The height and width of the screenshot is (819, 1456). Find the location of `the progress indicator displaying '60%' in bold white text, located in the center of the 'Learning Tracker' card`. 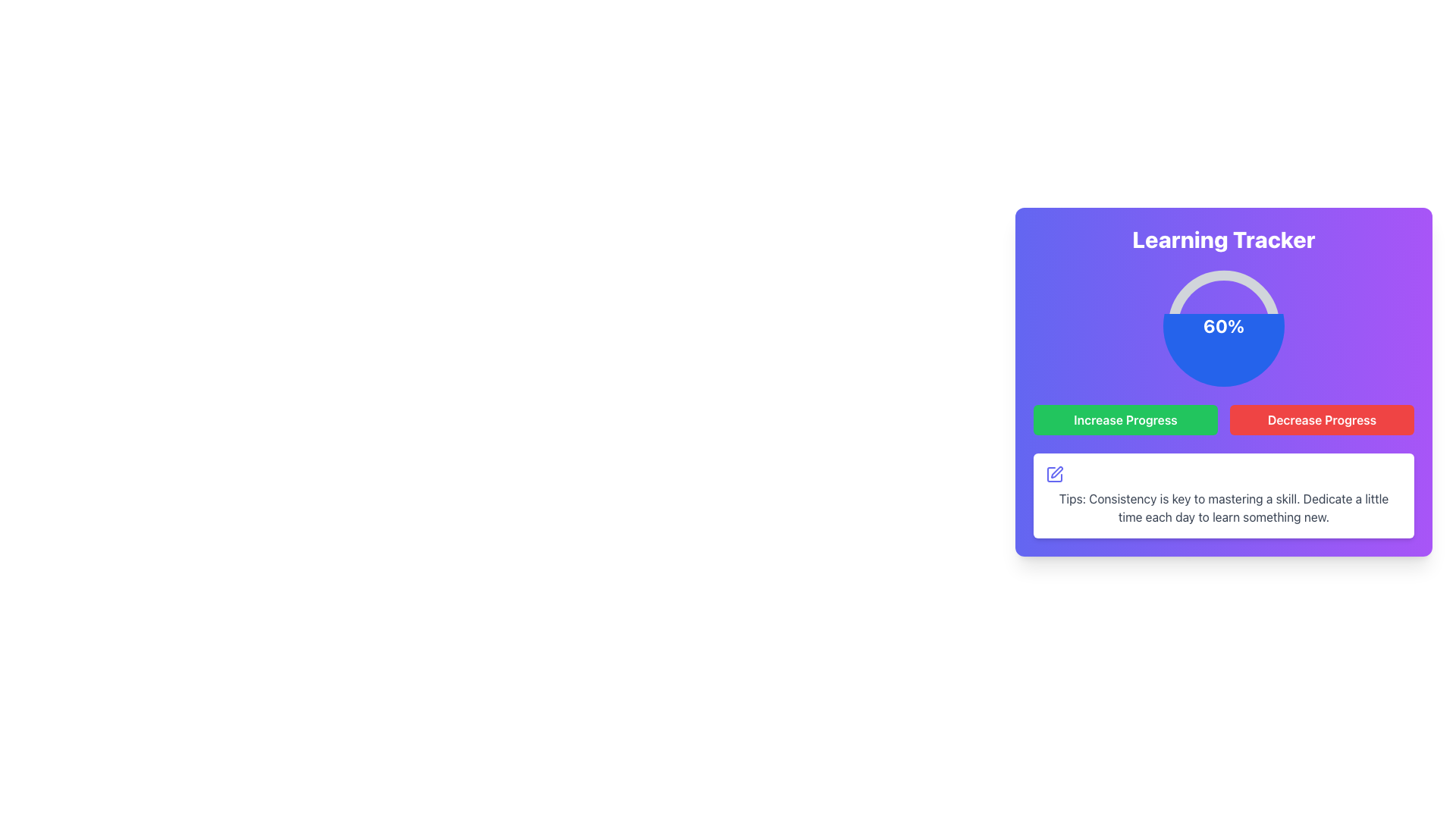

the progress indicator displaying '60%' in bold white text, located in the center of the 'Learning Tracker' card is located at coordinates (1223, 325).